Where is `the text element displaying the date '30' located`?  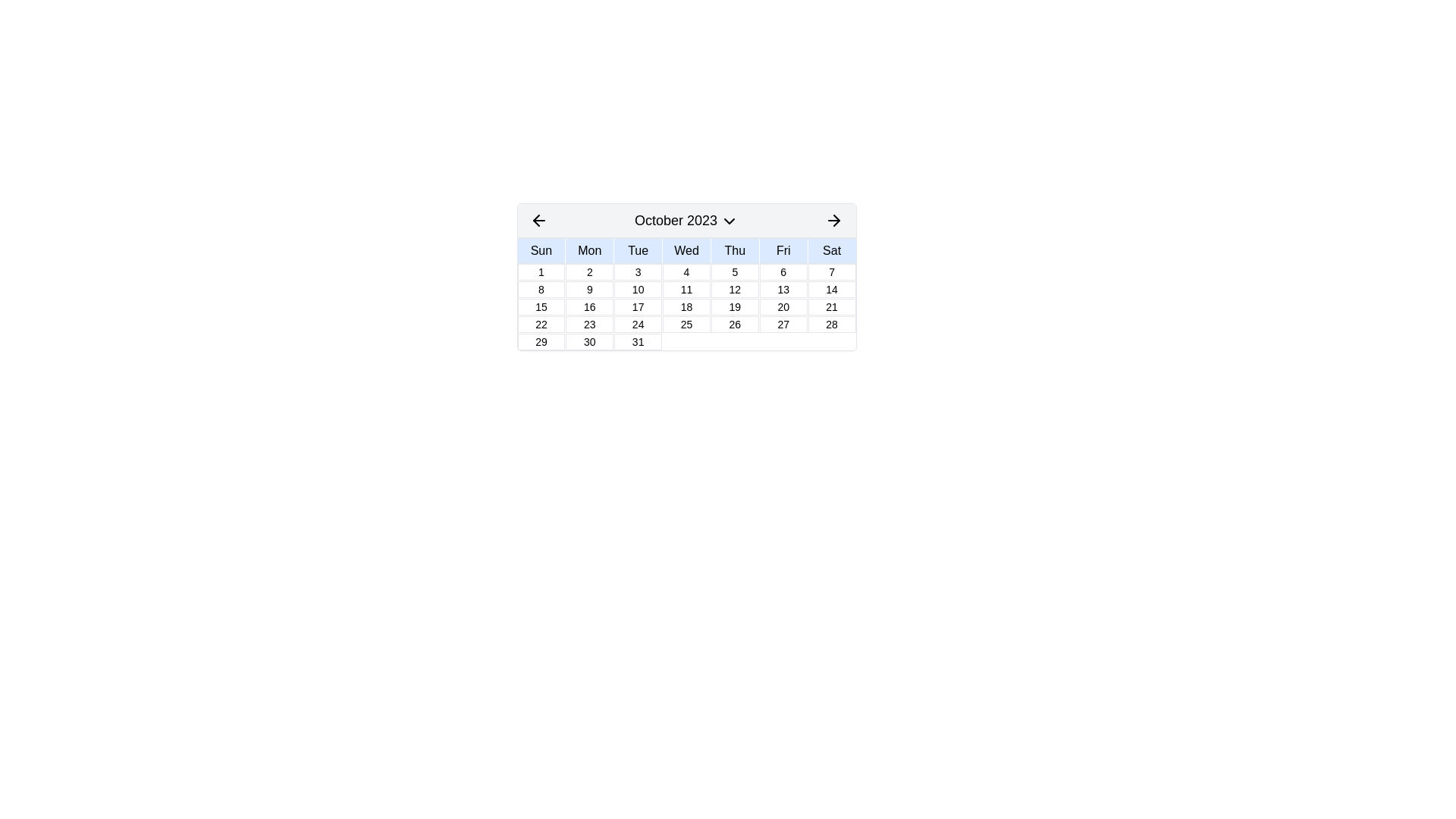
the text element displaying the date '30' located is located at coordinates (588, 342).